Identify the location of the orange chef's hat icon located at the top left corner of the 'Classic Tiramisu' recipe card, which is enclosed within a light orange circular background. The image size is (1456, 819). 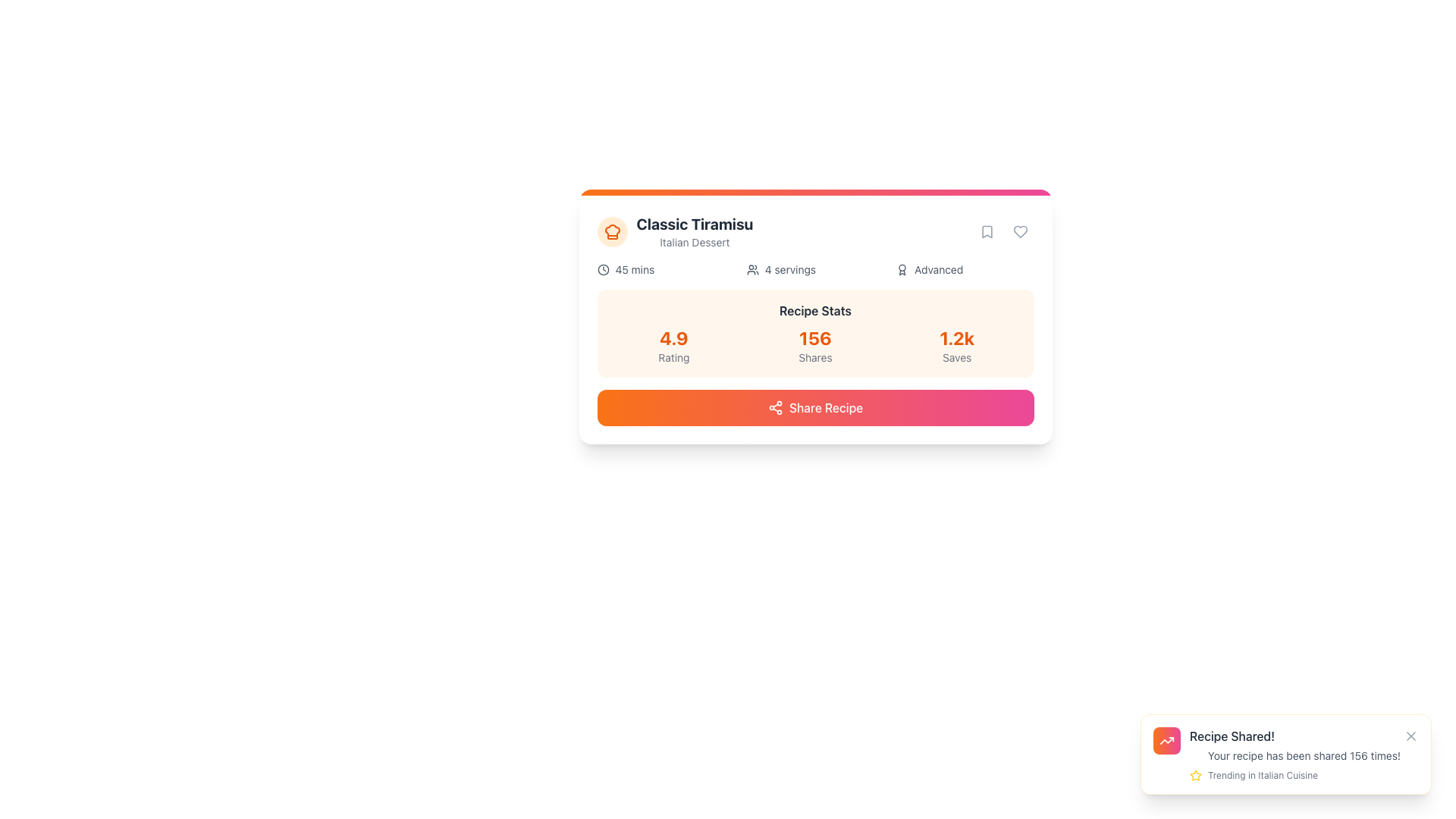
(612, 231).